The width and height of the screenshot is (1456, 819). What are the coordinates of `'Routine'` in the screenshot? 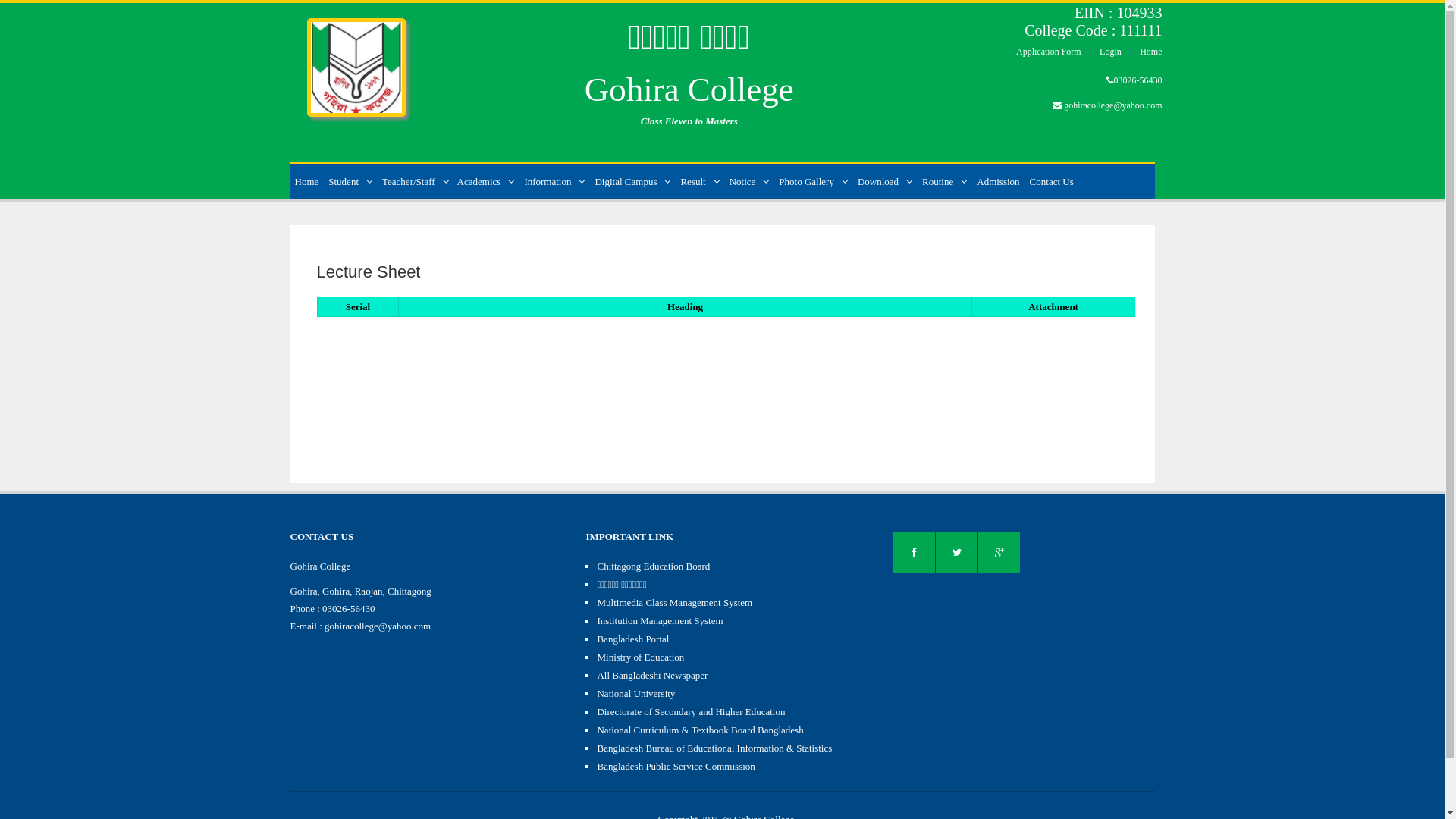 It's located at (943, 180).